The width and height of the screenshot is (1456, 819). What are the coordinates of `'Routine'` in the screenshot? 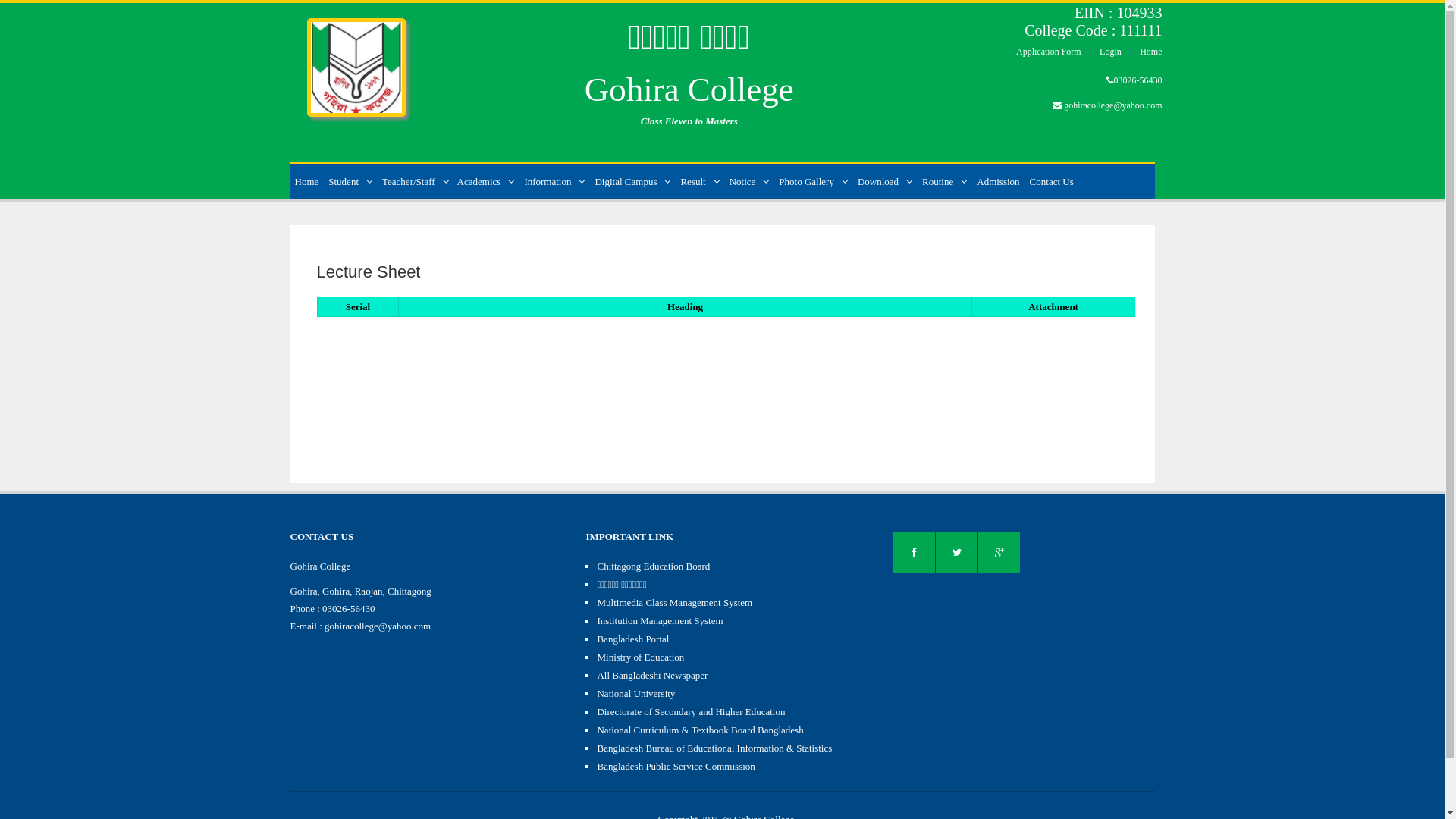 It's located at (943, 180).